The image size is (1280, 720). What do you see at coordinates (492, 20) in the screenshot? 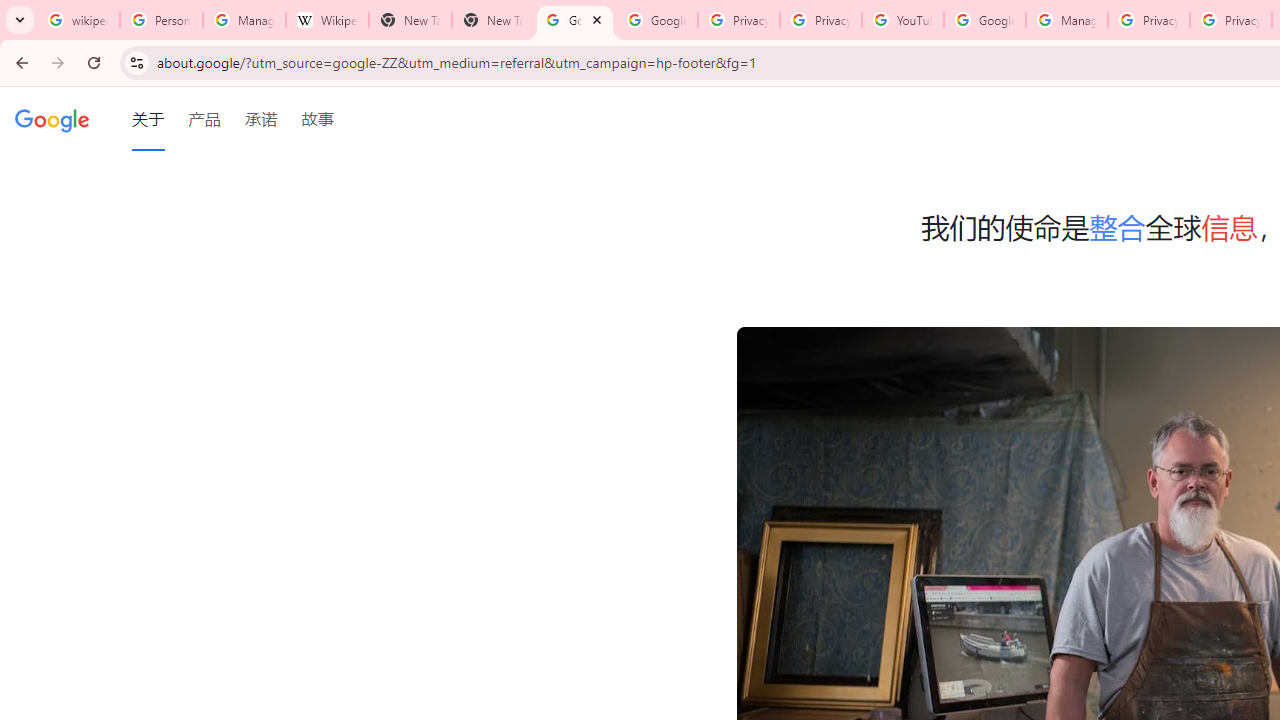
I see `'New Tab'` at bounding box center [492, 20].